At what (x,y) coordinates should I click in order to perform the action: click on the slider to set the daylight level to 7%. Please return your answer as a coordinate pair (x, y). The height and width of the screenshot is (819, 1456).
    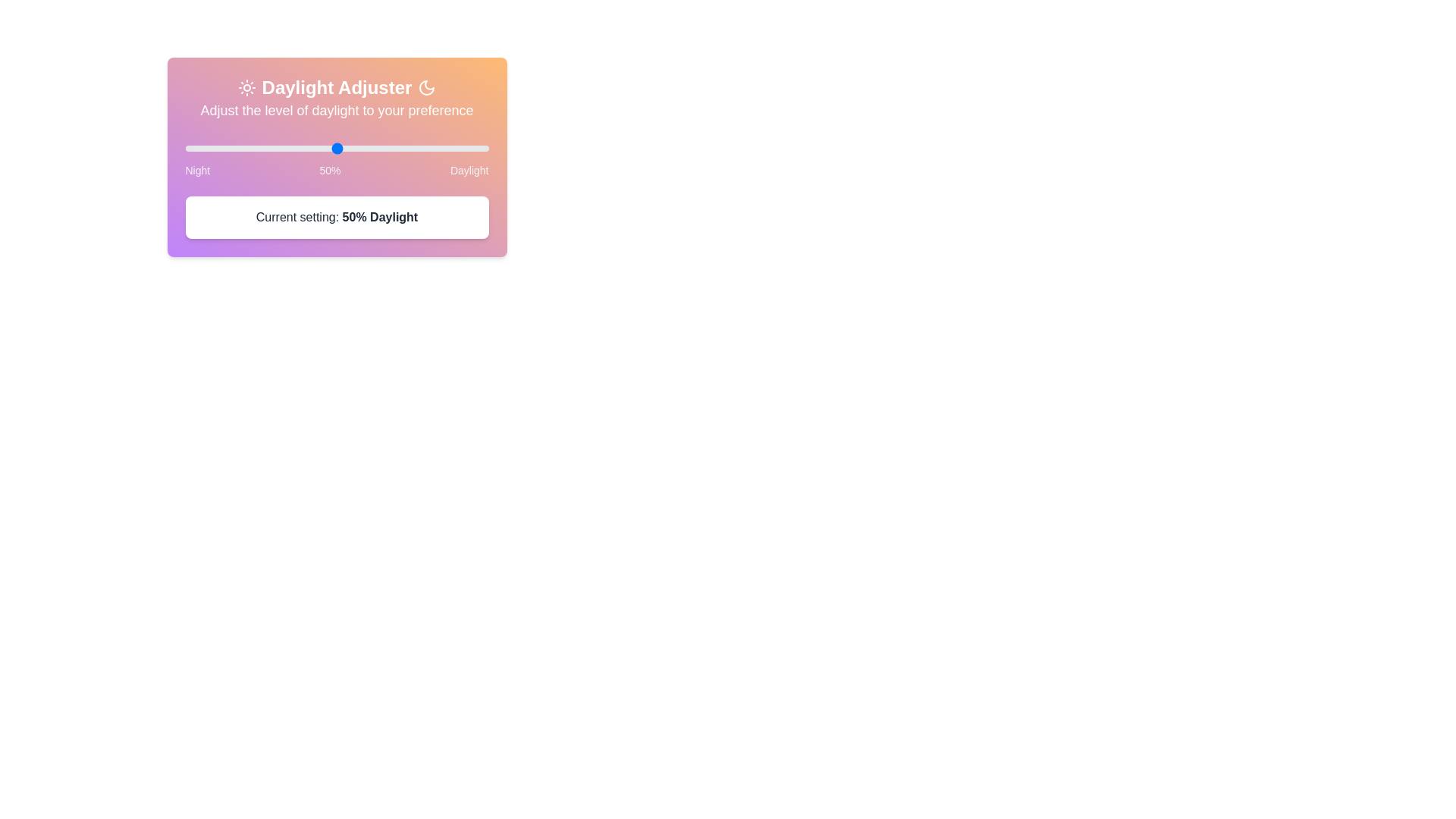
    Looking at the image, I should click on (184, 149).